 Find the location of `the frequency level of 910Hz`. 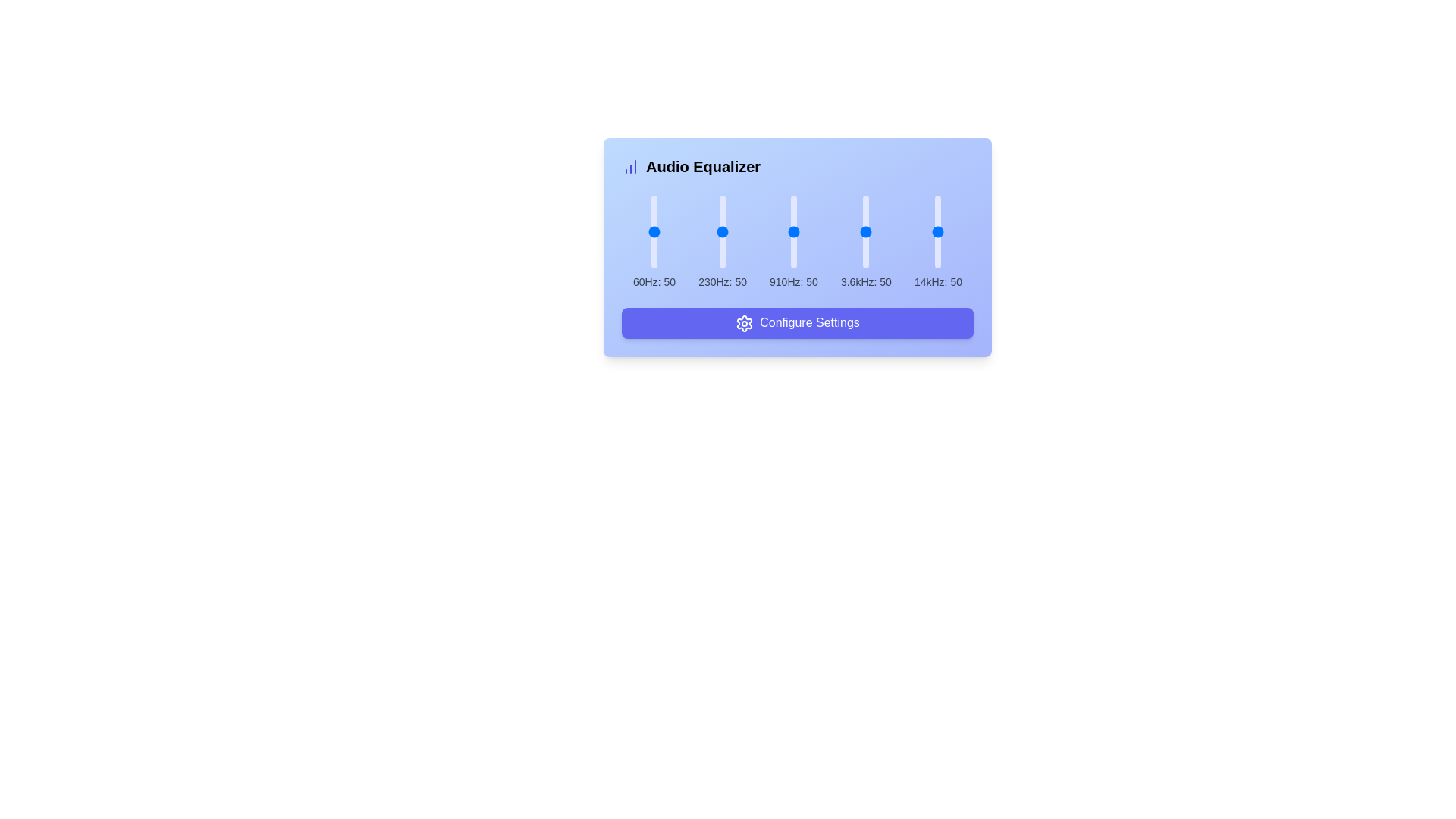

the frequency level of 910Hz is located at coordinates (792, 198).